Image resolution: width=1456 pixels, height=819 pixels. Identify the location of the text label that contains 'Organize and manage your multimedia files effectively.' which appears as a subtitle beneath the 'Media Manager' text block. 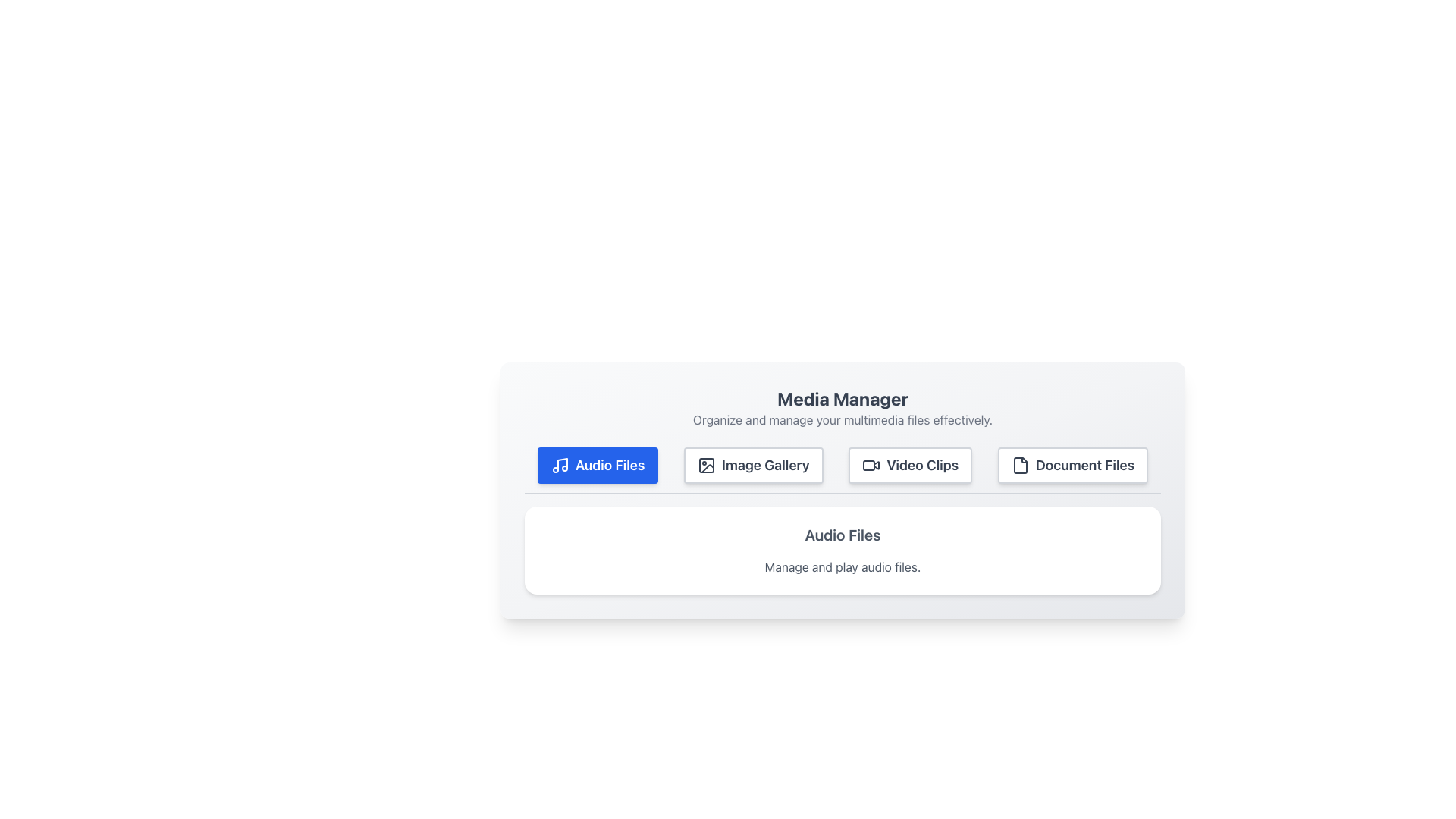
(842, 420).